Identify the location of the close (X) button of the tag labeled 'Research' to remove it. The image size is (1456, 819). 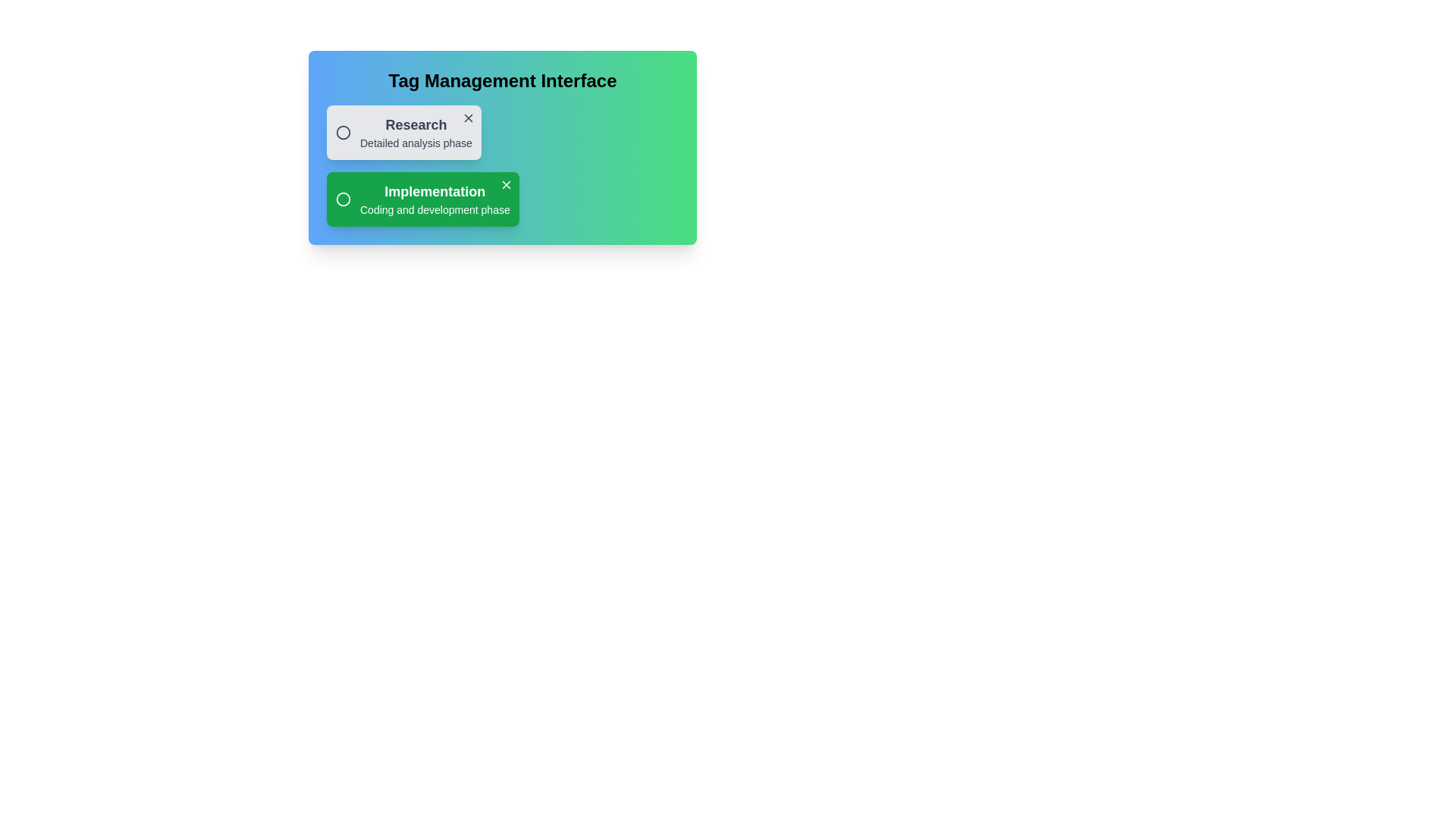
(467, 117).